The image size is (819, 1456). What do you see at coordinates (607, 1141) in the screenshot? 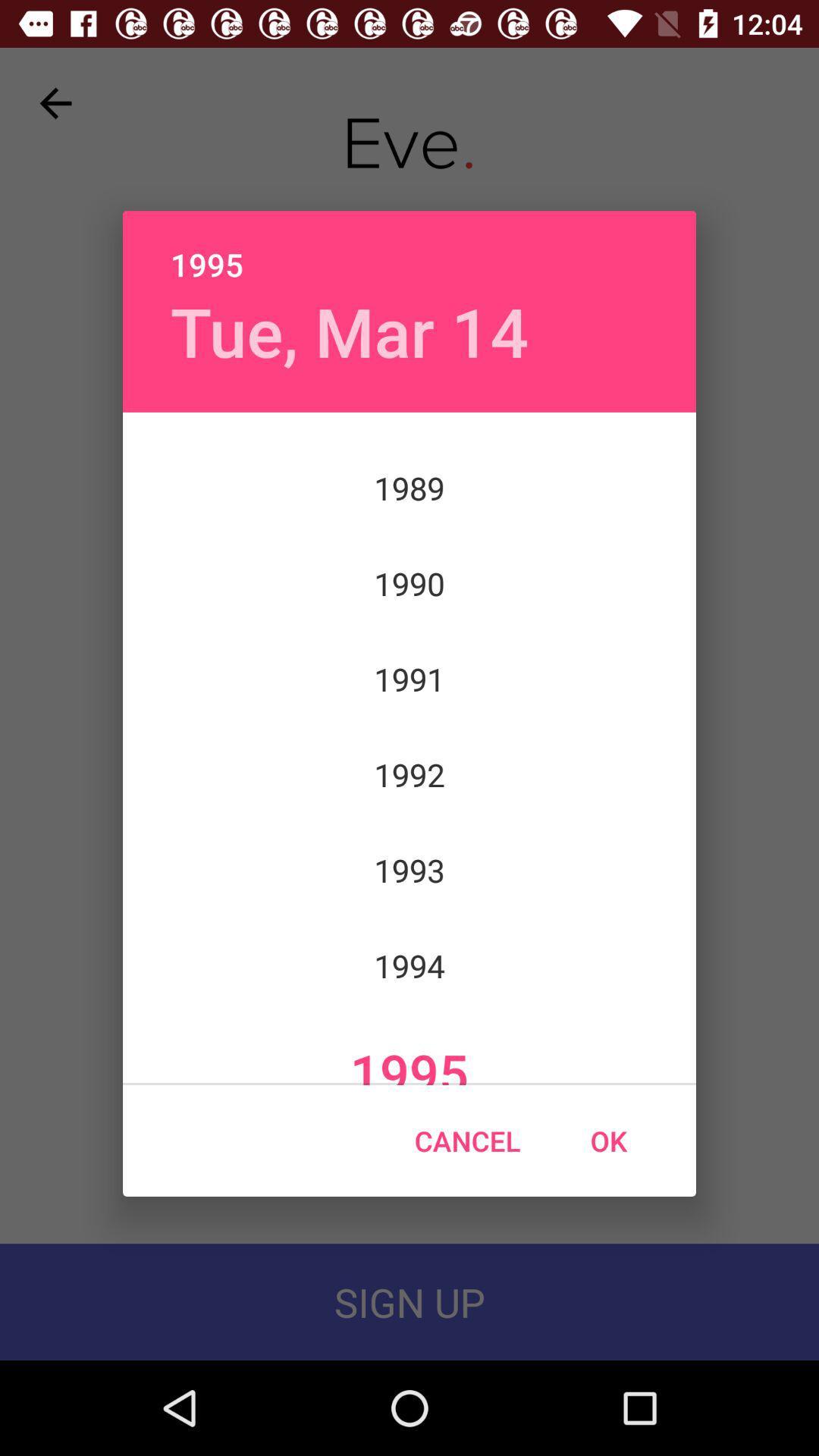
I see `item to the right of the cancel icon` at bounding box center [607, 1141].